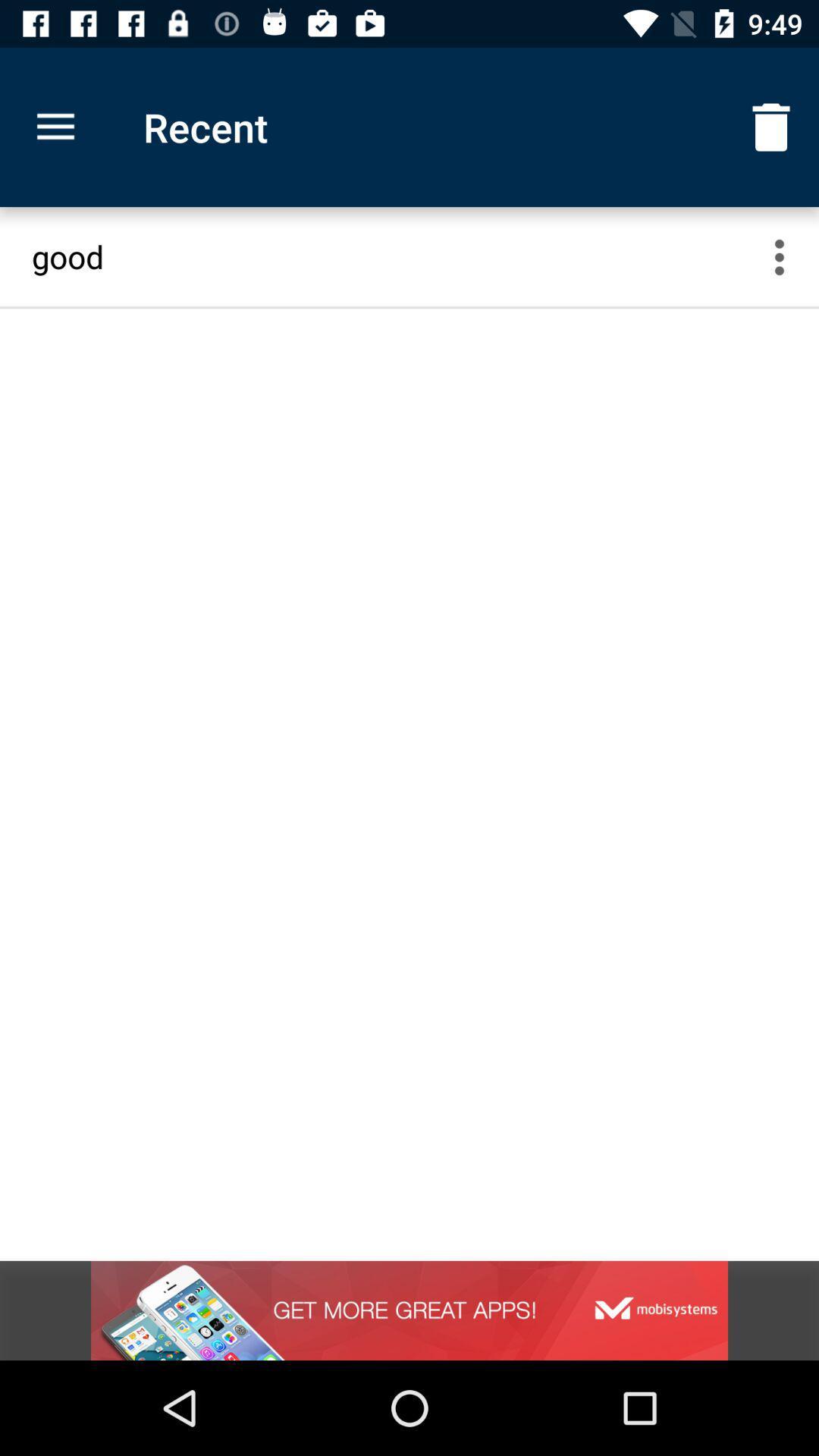  Describe the element at coordinates (788, 256) in the screenshot. I see `the icon to the right of the good item` at that location.